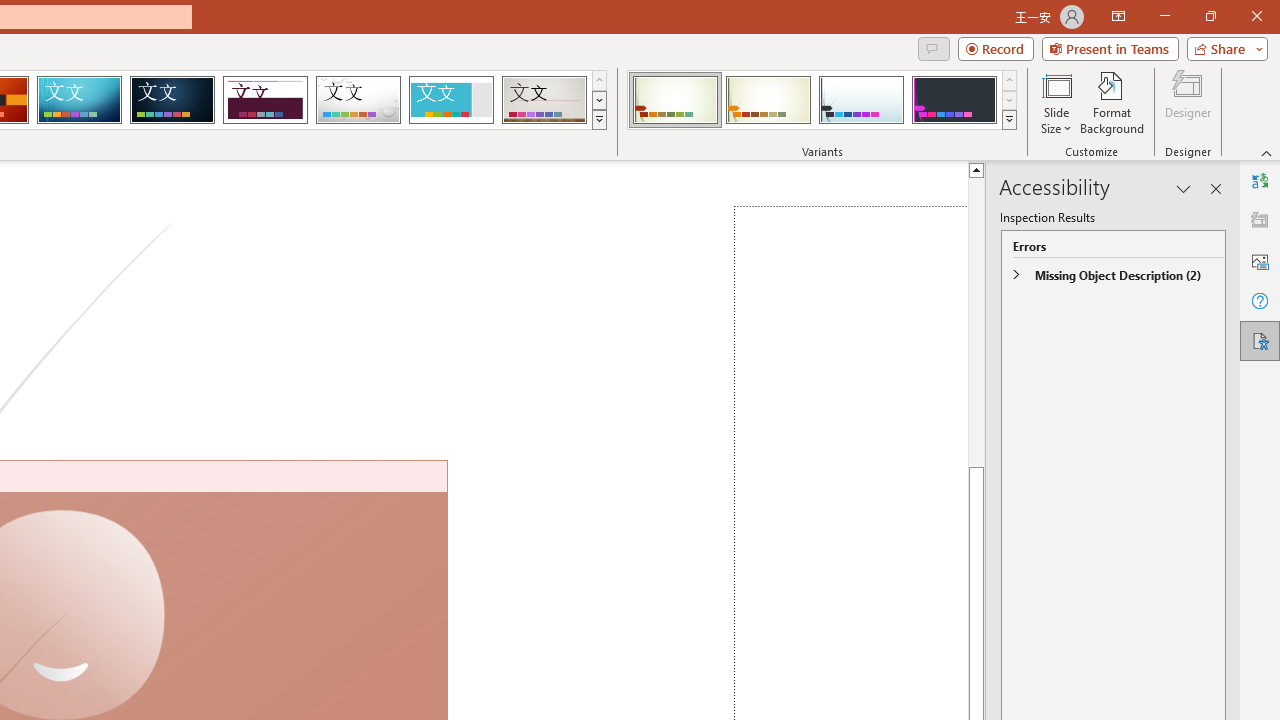  I want to click on 'Alt Text', so click(1259, 260).